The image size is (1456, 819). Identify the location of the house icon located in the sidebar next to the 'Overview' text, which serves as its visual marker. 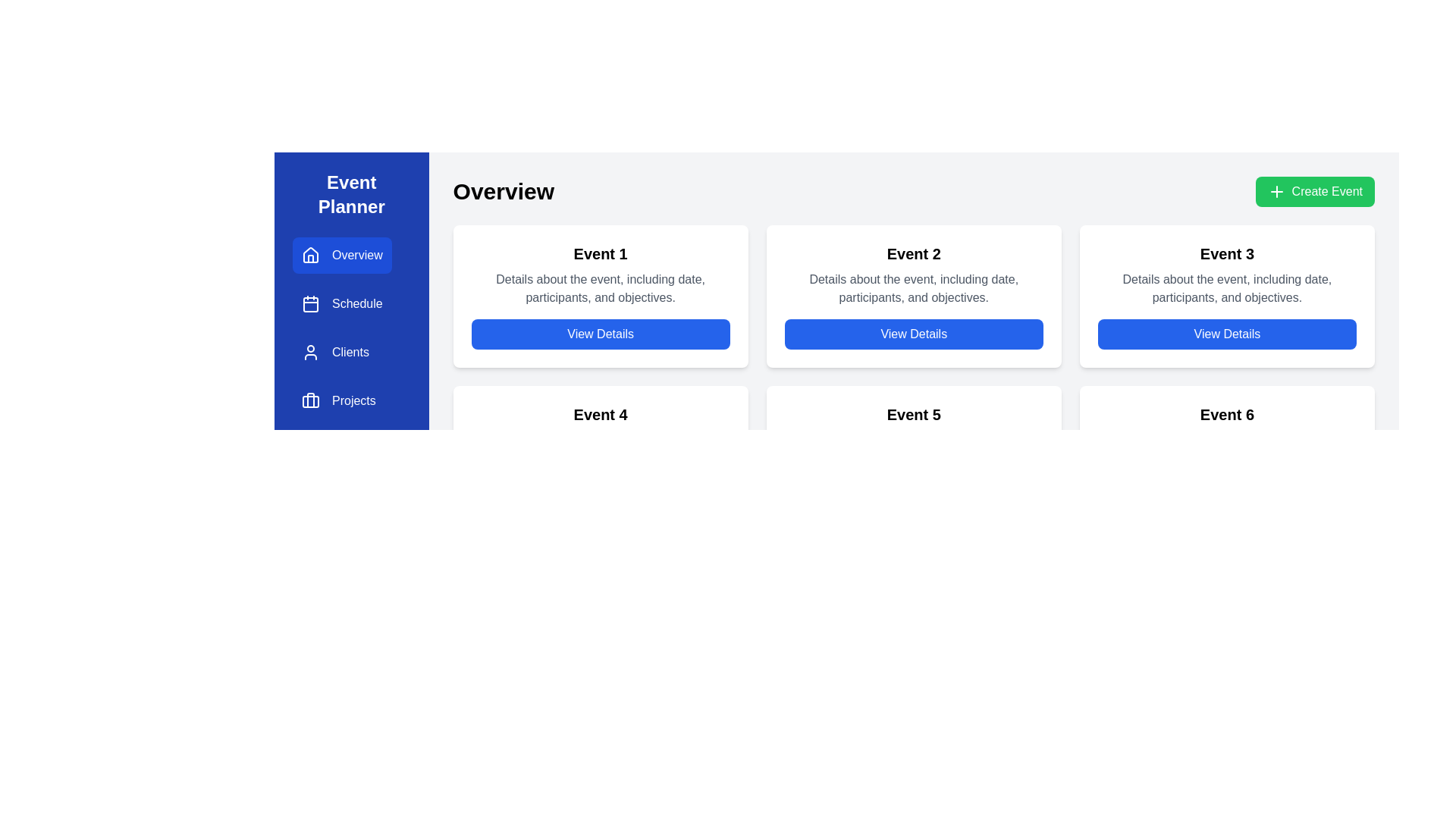
(309, 254).